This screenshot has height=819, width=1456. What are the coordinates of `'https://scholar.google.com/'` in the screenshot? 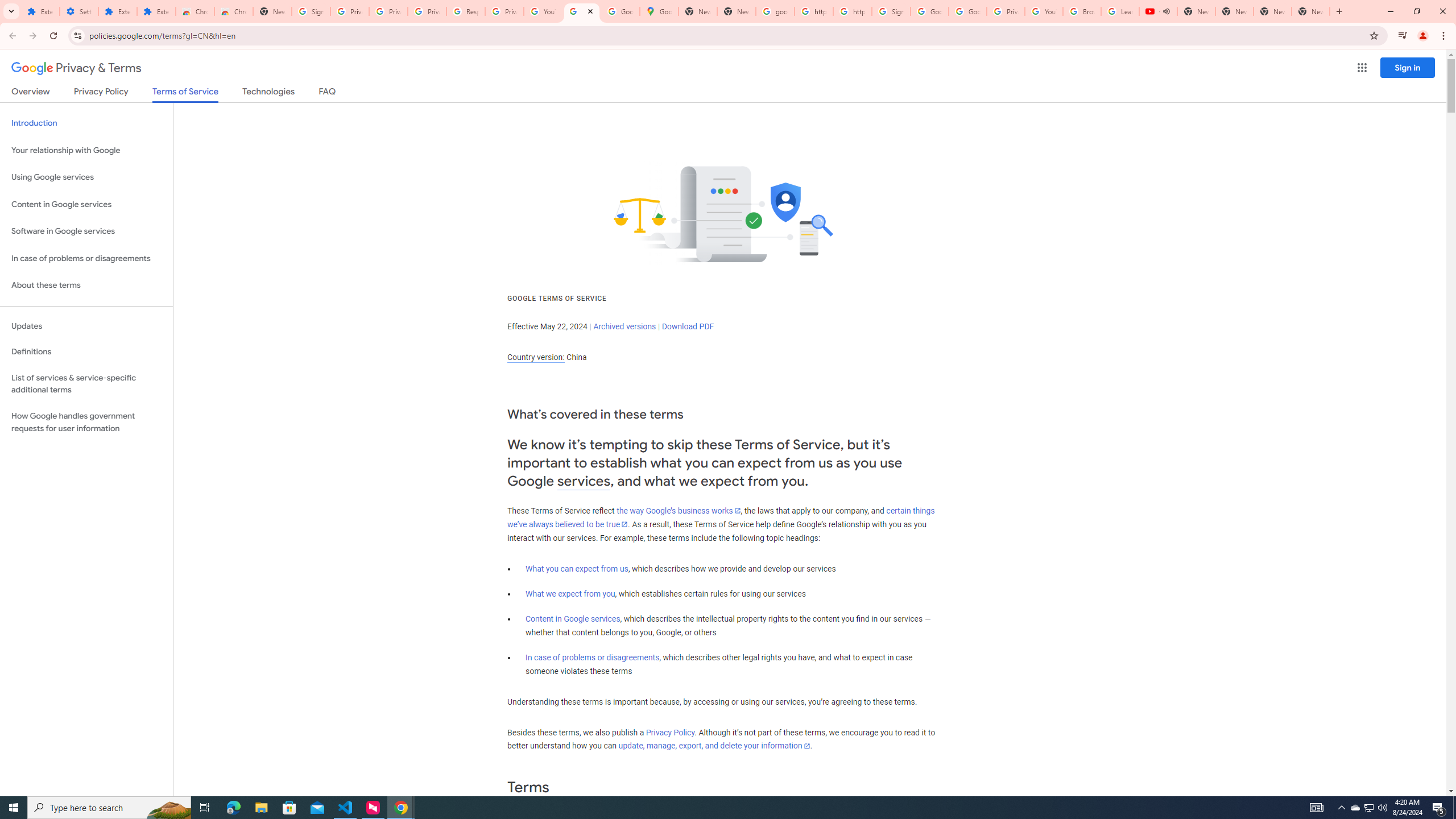 It's located at (813, 11).